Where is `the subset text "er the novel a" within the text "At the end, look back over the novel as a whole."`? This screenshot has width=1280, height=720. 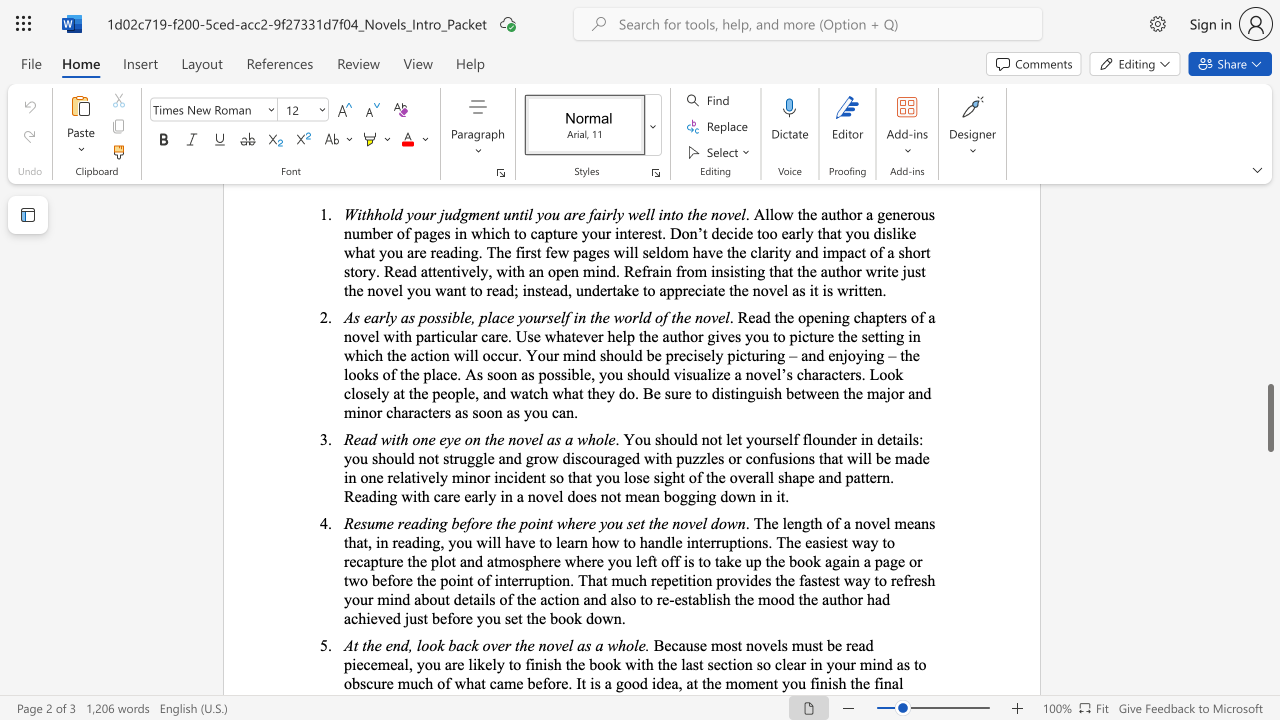
the subset text "er the novel a" within the text "At the end, look back over the novel as a whole." is located at coordinates (497, 645).